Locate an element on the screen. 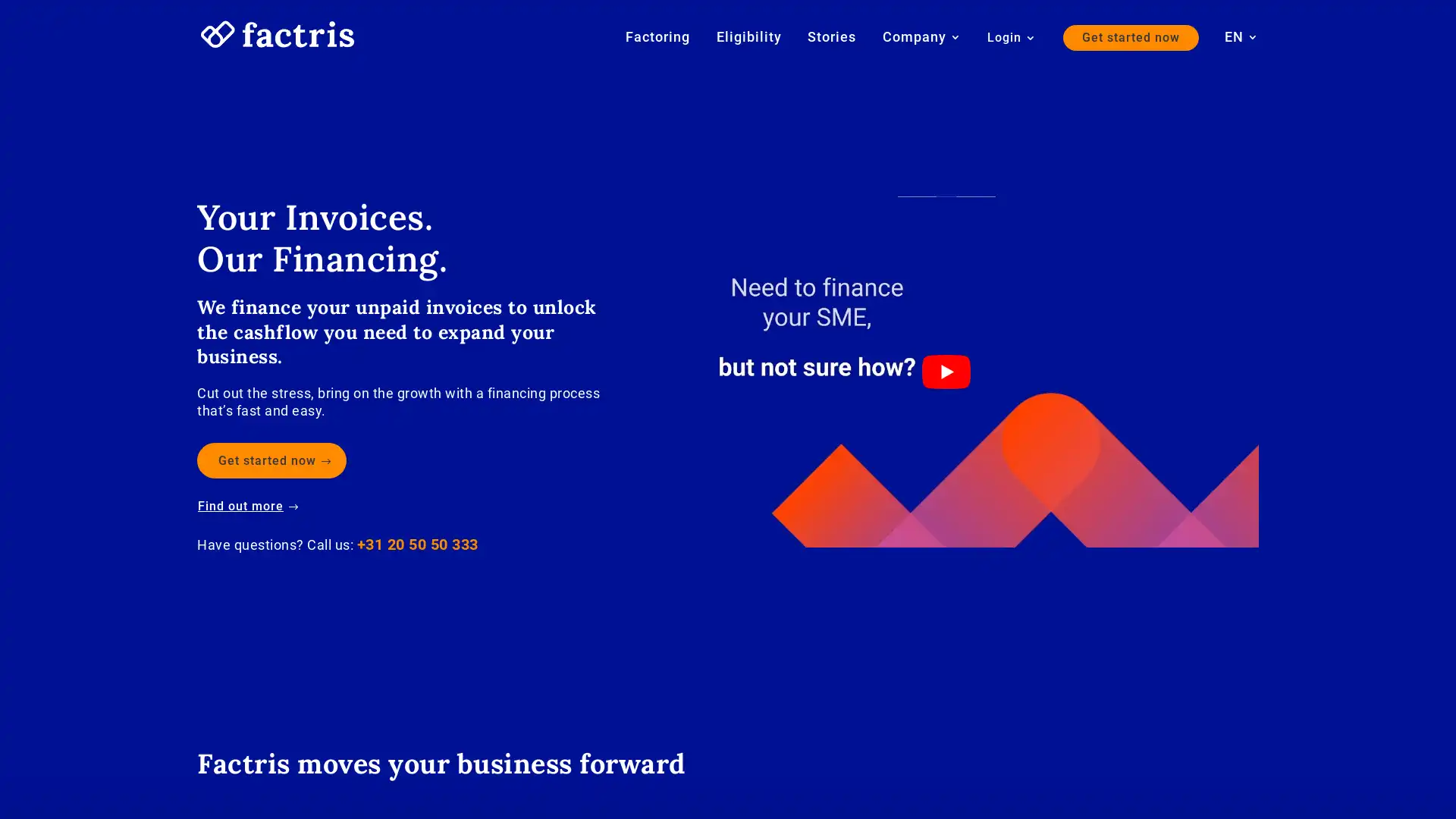 This screenshot has width=1456, height=819. play Youtube video is located at coordinates (945, 371).